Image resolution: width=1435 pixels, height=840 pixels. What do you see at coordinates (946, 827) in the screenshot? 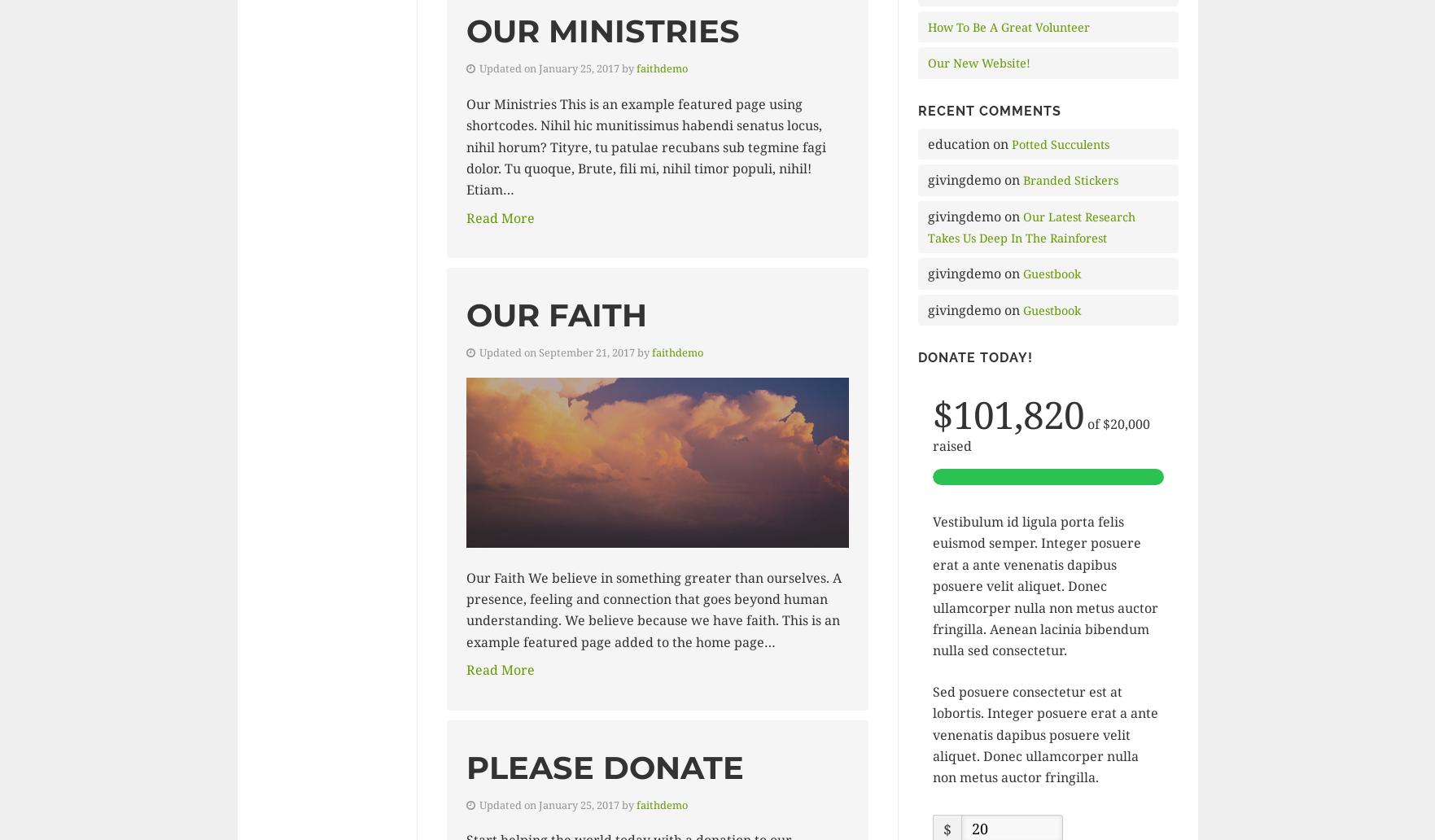
I see `'$'` at bounding box center [946, 827].